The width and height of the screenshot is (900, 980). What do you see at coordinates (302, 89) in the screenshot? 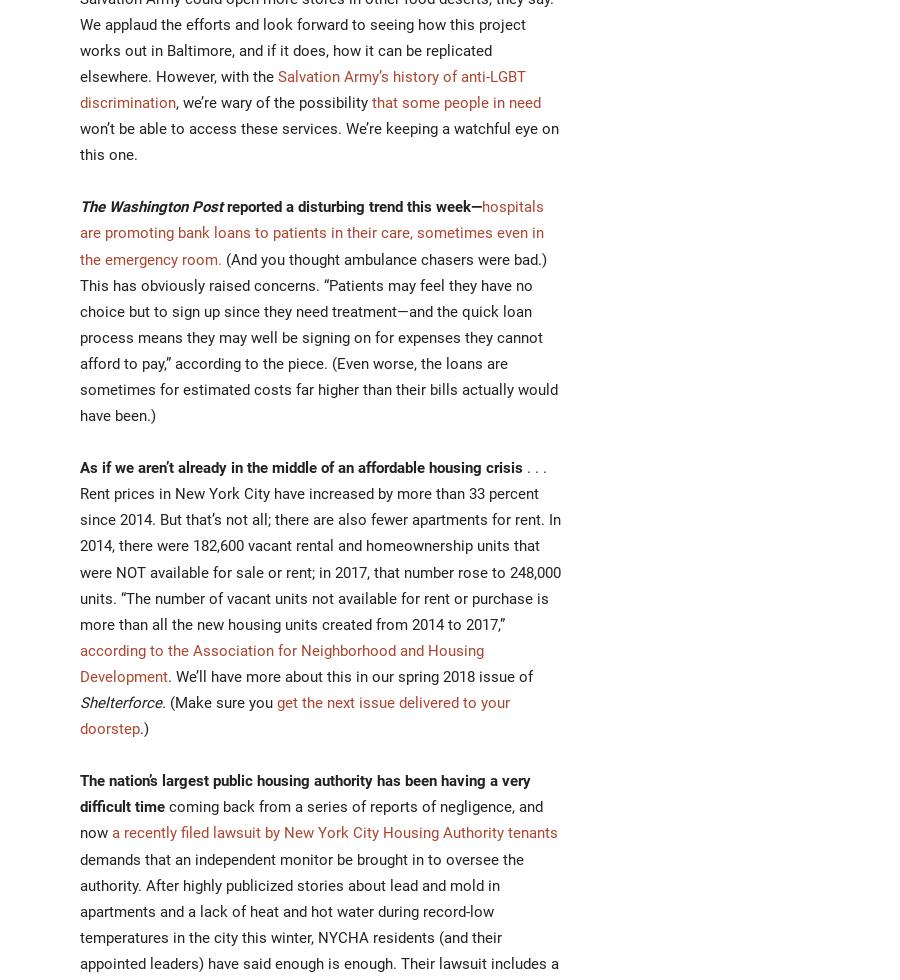
I see `'Salvation Army’s history of anti-LGBT discrimination'` at bounding box center [302, 89].